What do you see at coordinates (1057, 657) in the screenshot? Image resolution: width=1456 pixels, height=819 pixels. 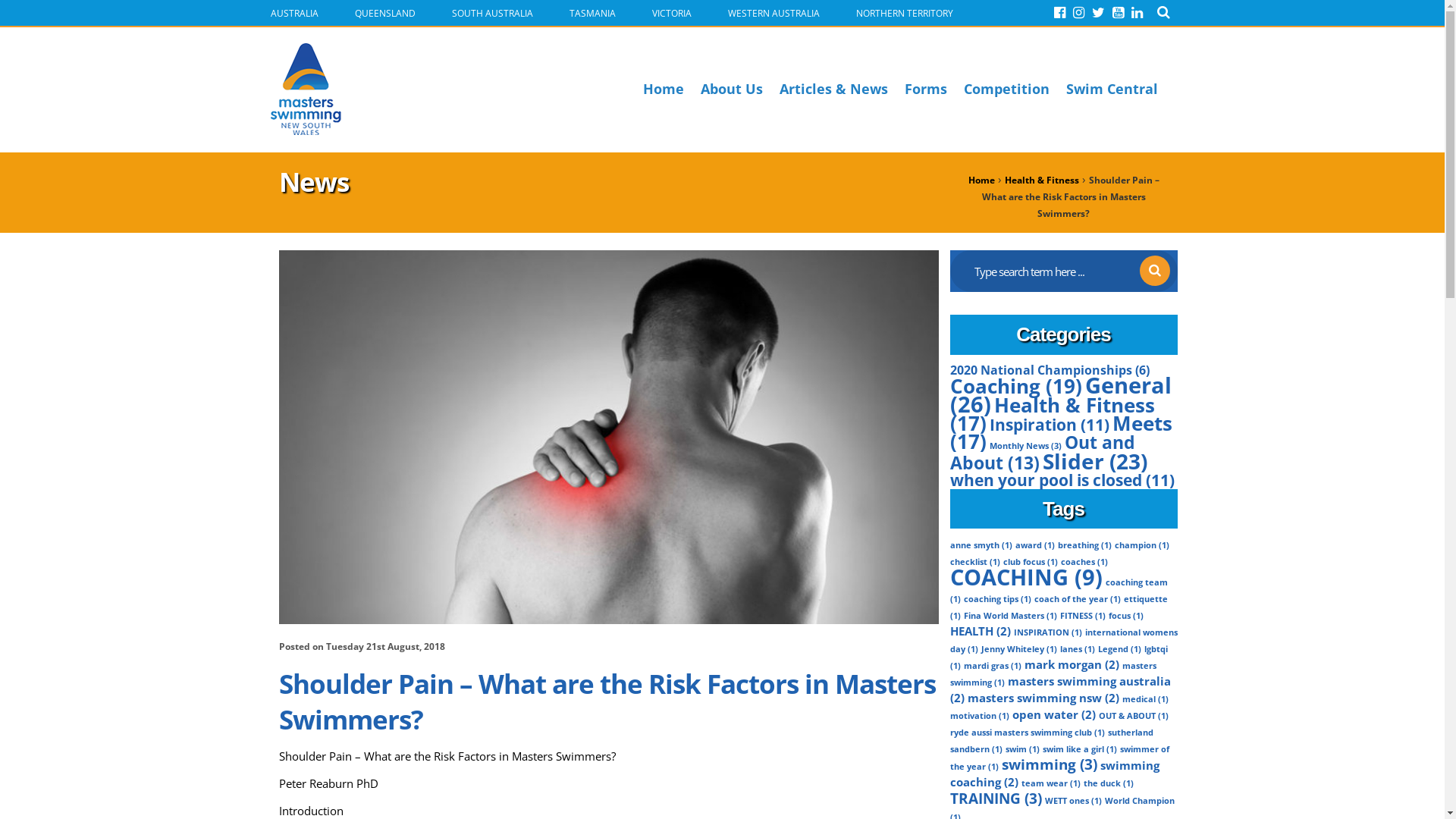 I see `'lgbtqi (1)'` at bounding box center [1057, 657].